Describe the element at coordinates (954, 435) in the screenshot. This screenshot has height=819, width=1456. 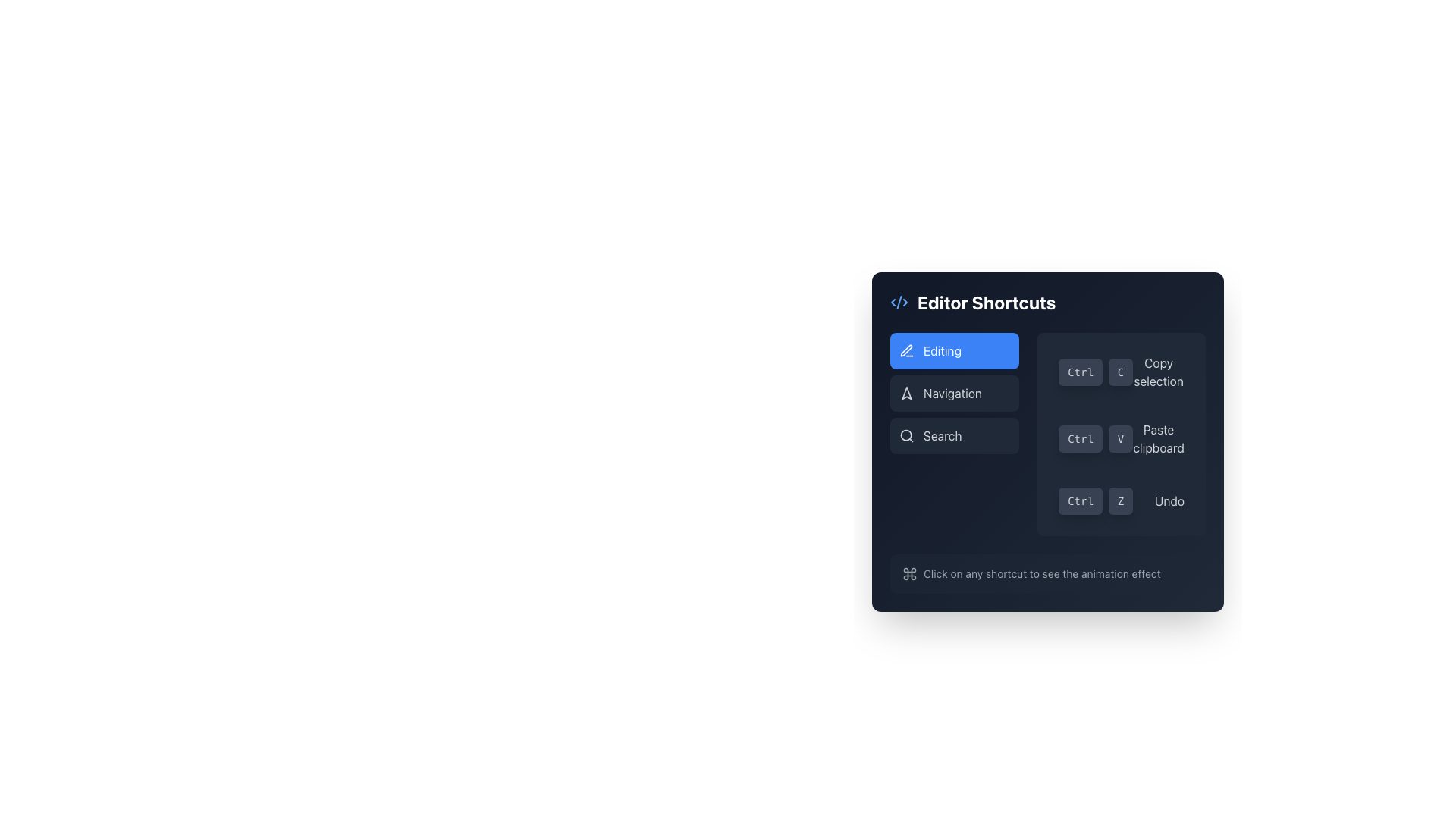
I see `the vertical navigation menu panel containing items labeled 'Editing', 'Navigation', and 'Search' for keyboard navigation` at that location.